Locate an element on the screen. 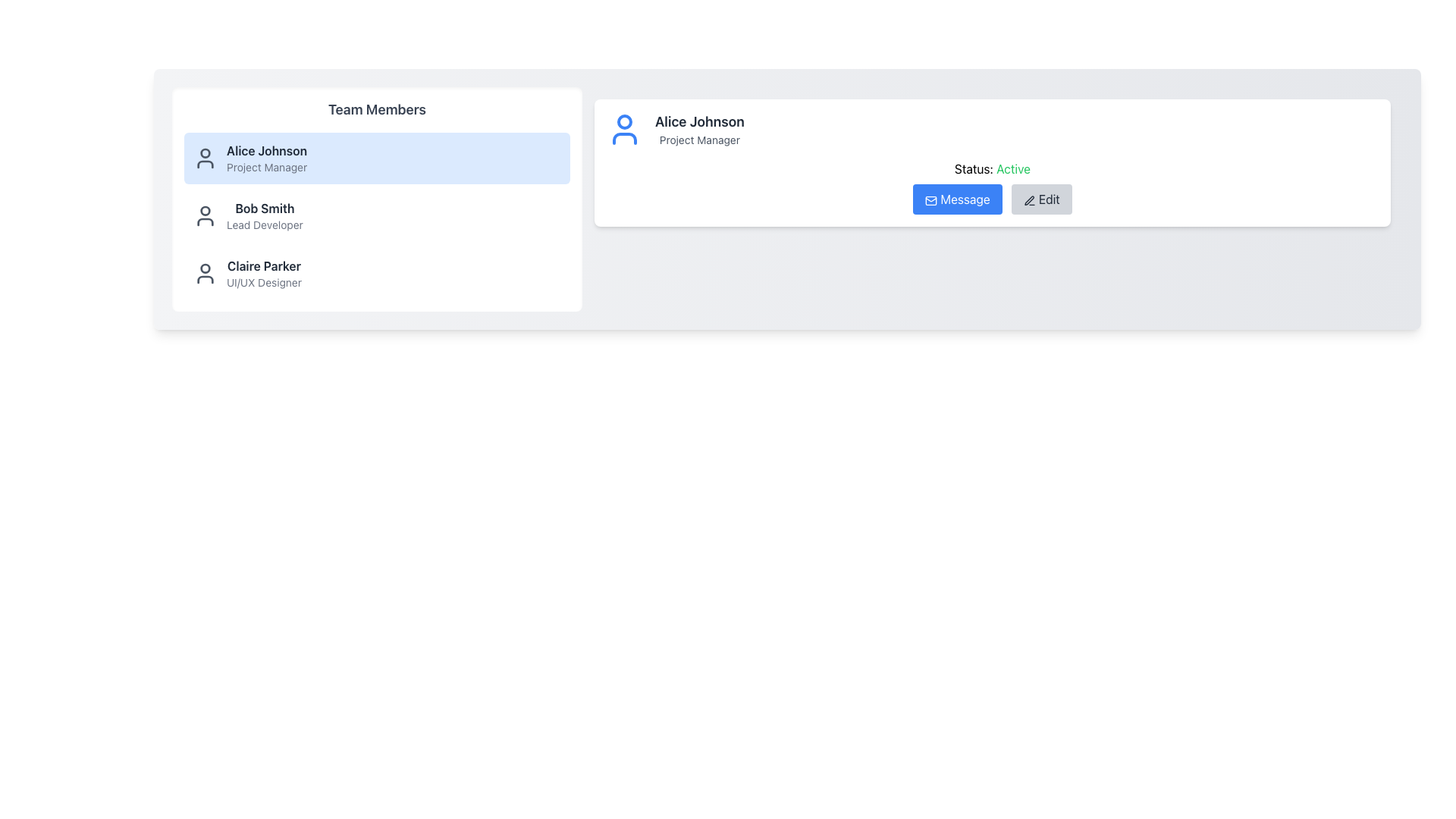 The height and width of the screenshot is (819, 1456). the text label displaying 'Alice Johnson', which shows the designation 'Project Manager' and is located at the top of the team members list is located at coordinates (266, 158).